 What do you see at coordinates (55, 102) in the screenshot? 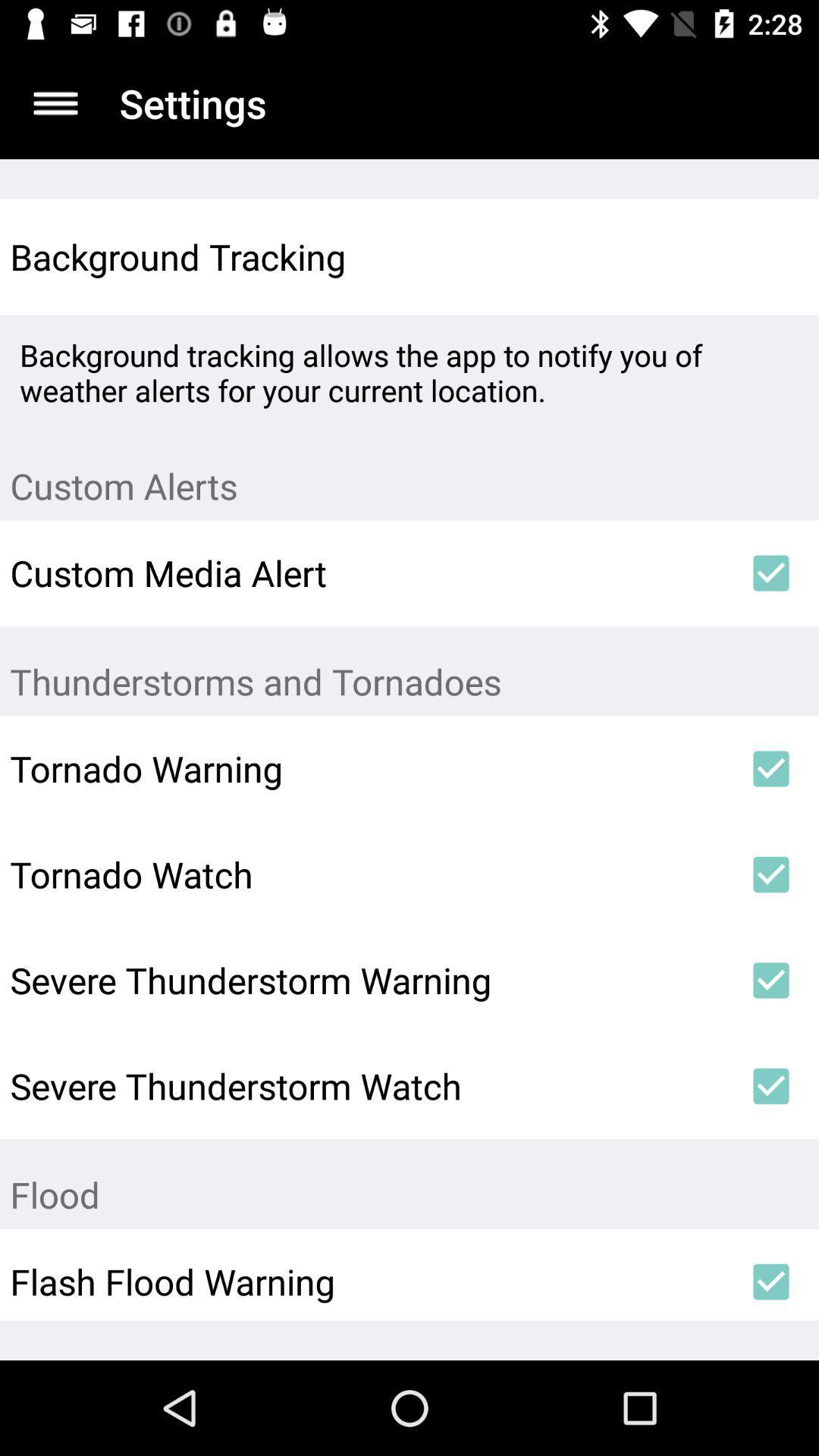
I see `menu option` at bounding box center [55, 102].